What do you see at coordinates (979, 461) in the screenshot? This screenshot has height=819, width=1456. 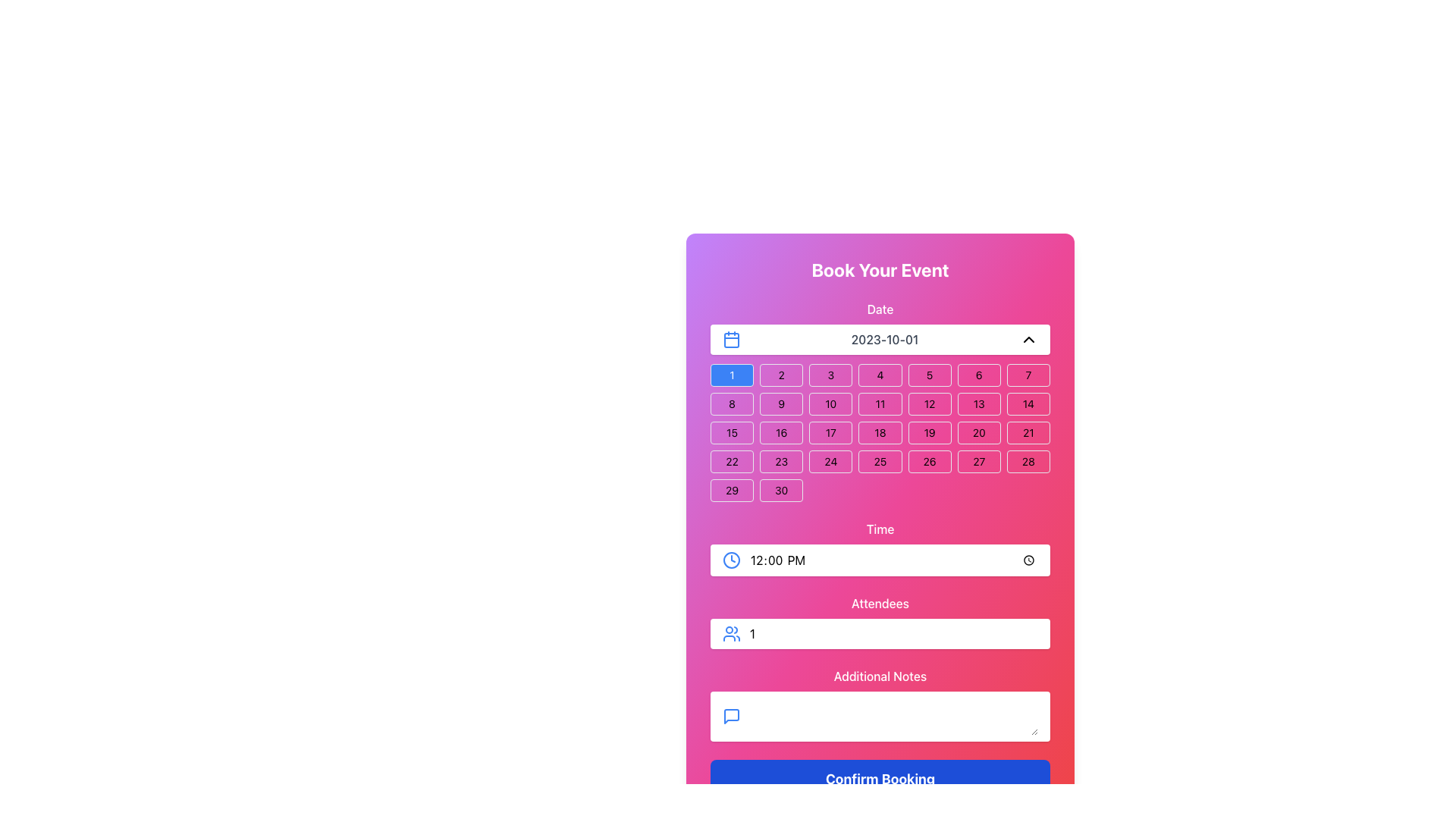 I see `the button representing the 27th day in the calendar interface` at bounding box center [979, 461].